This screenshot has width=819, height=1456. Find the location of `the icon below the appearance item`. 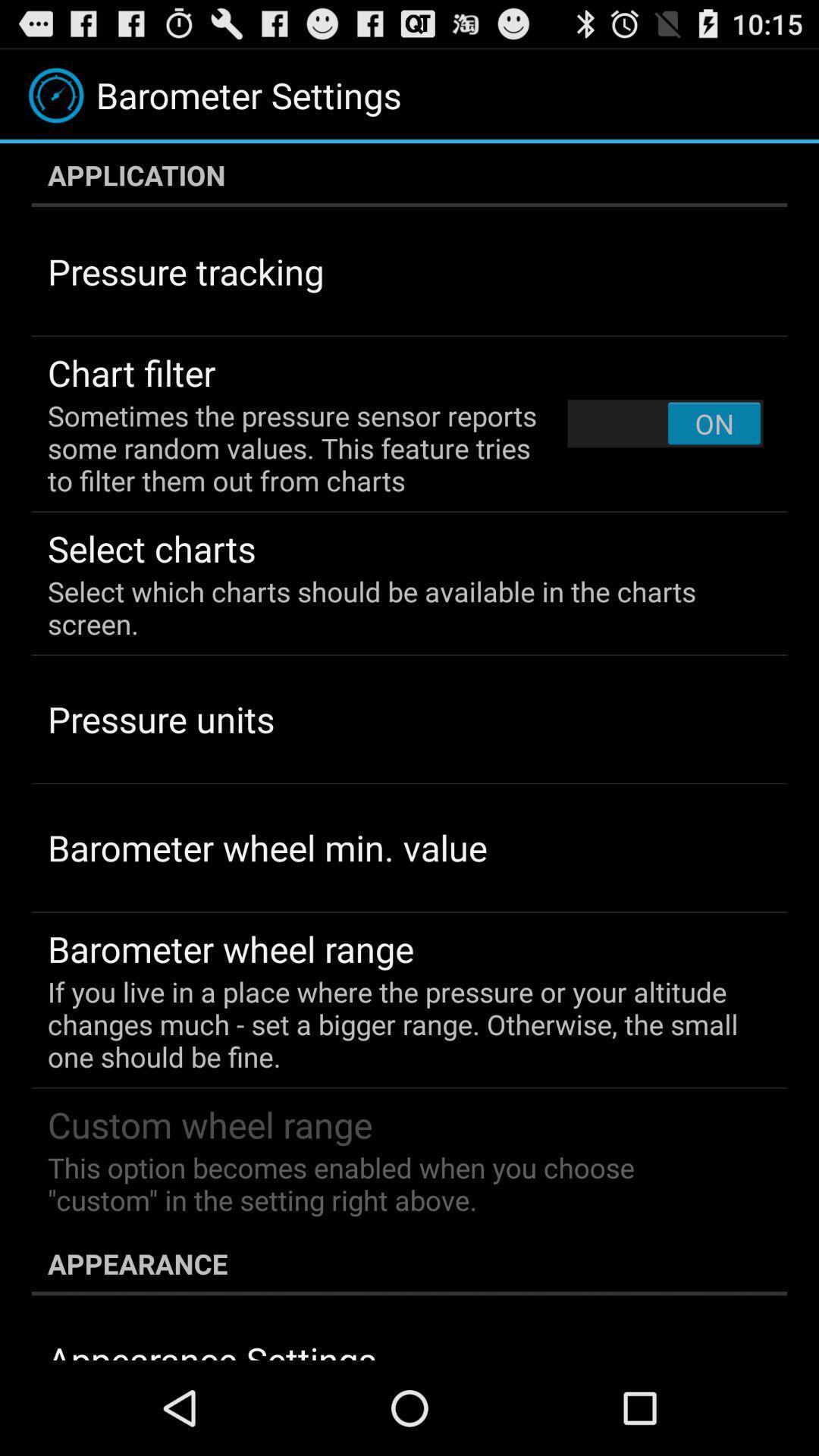

the icon below the appearance item is located at coordinates (212, 1348).